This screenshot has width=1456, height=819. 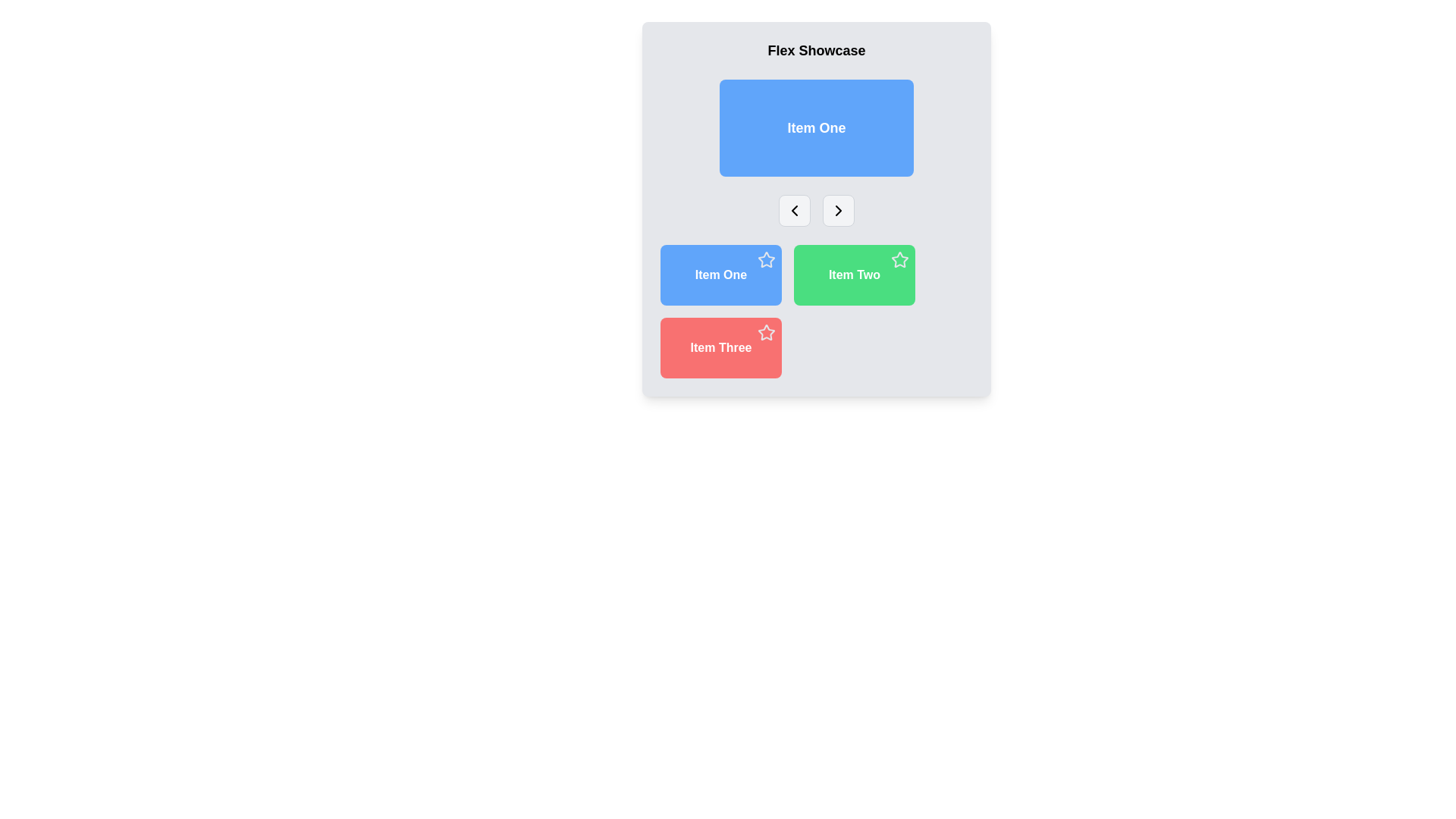 I want to click on the gray star icon located at the top-right corner of the card-type component labeled 'Item Two' to change its color to yellow, so click(x=855, y=275).